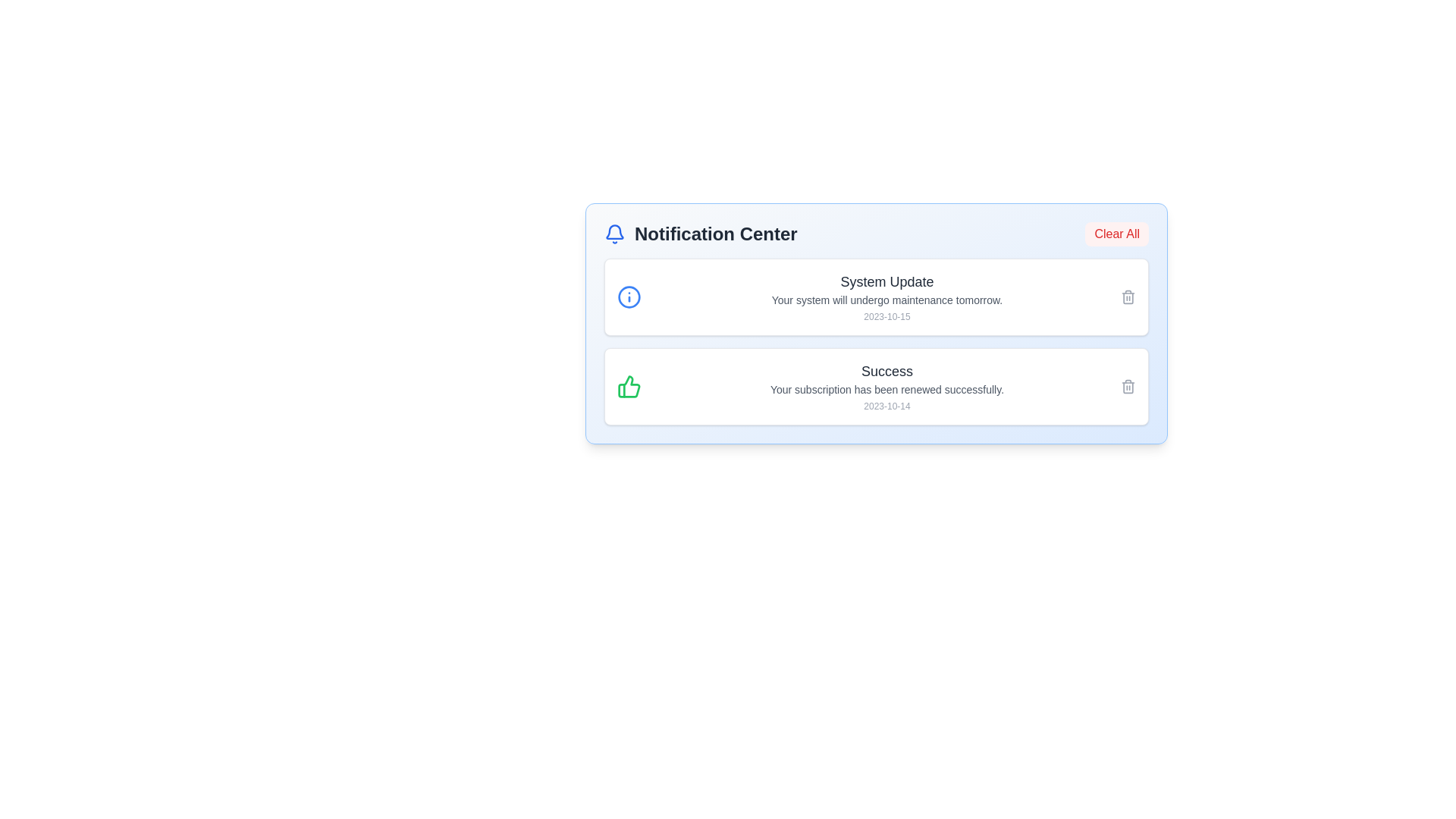  What do you see at coordinates (715, 234) in the screenshot?
I see `the 'Notification Center' text label, which is styled in bold and large dark gray font, located to the right of a blue bell icon in the notification panel's top section` at bounding box center [715, 234].